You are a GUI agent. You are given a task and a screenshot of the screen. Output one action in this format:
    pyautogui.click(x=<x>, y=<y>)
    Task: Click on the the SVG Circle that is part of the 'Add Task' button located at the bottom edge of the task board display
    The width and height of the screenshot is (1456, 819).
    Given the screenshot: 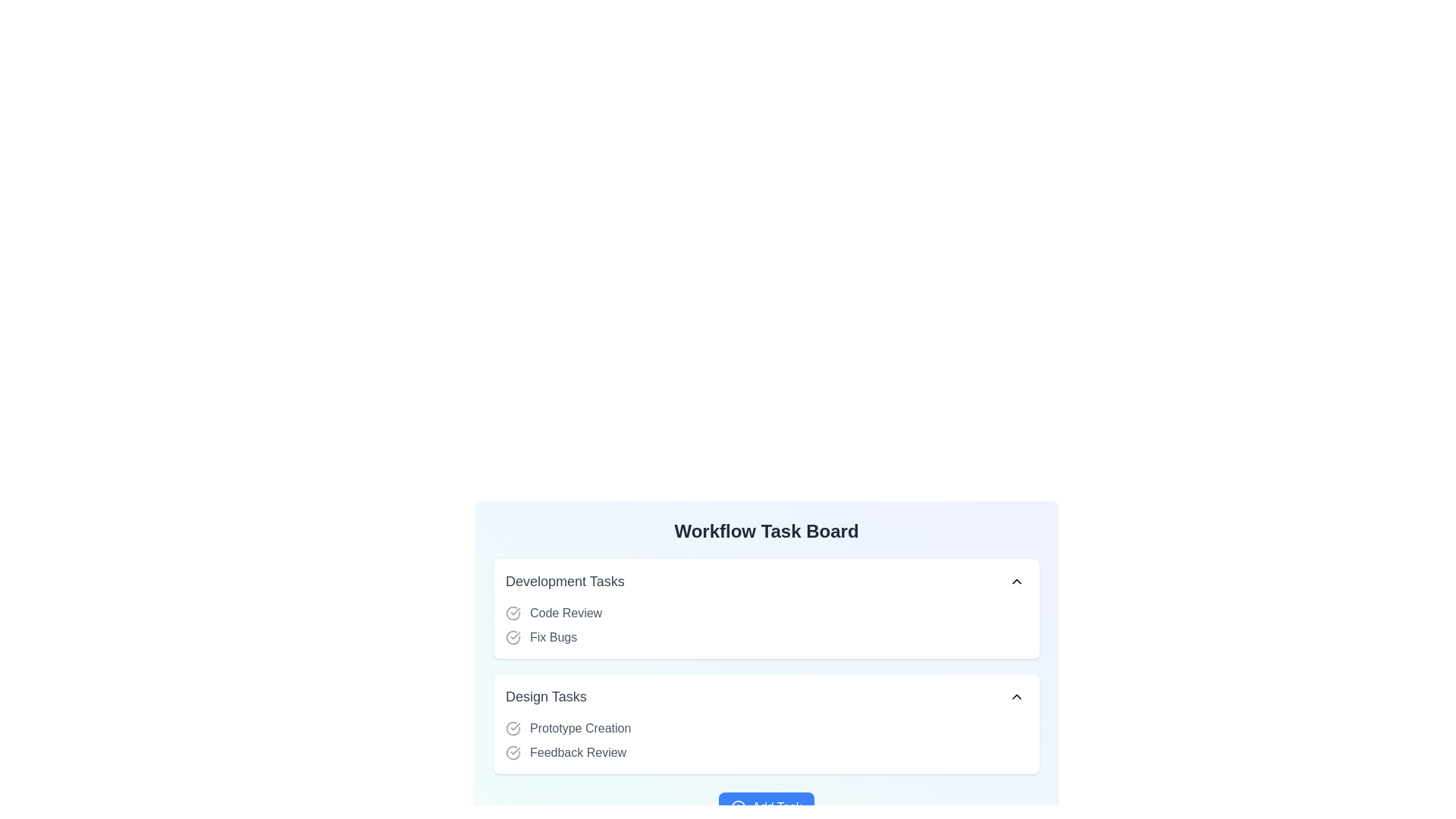 What is the action you would take?
    pyautogui.click(x=739, y=806)
    